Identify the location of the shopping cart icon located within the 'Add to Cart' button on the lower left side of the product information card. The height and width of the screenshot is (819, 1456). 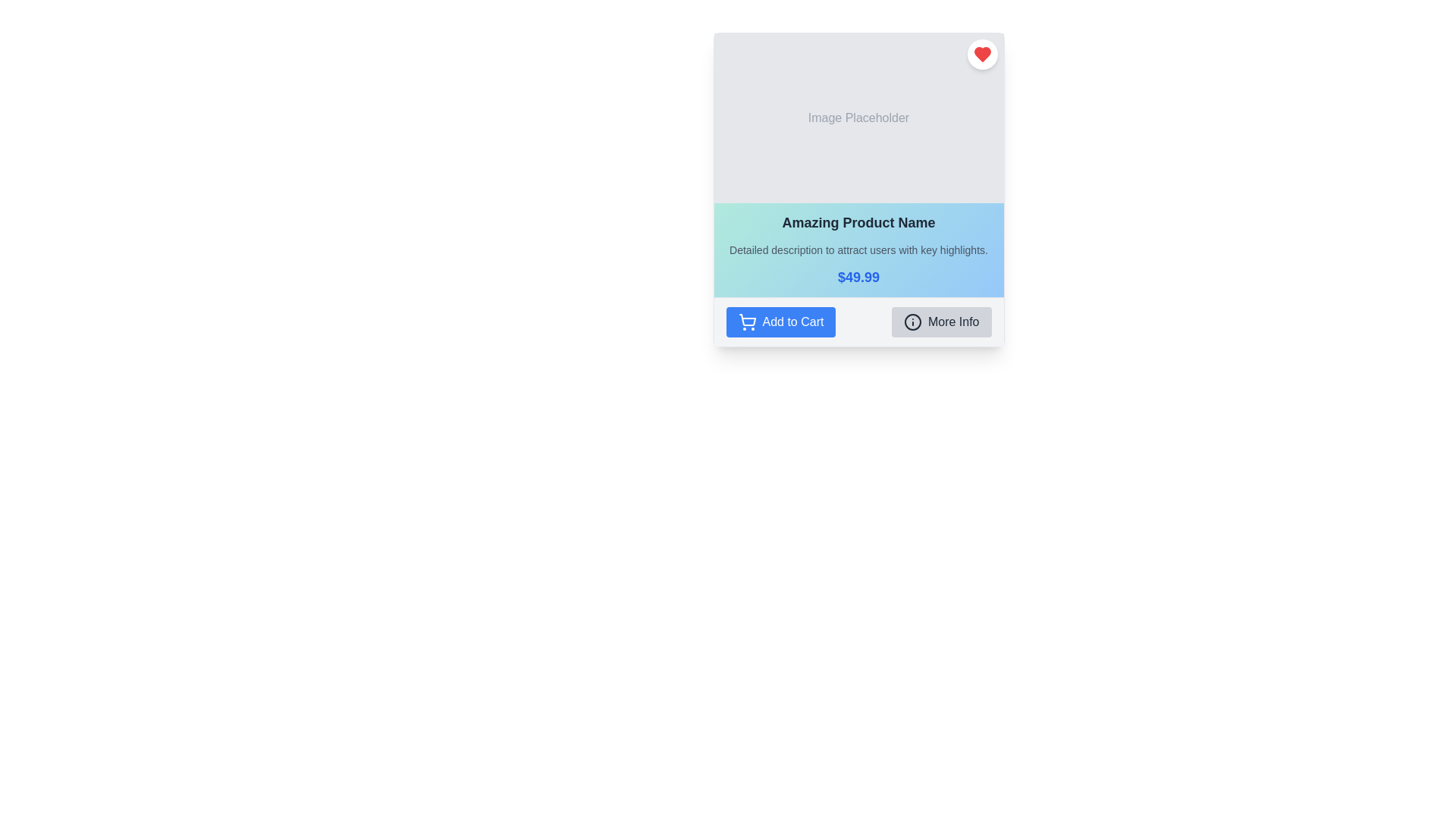
(747, 321).